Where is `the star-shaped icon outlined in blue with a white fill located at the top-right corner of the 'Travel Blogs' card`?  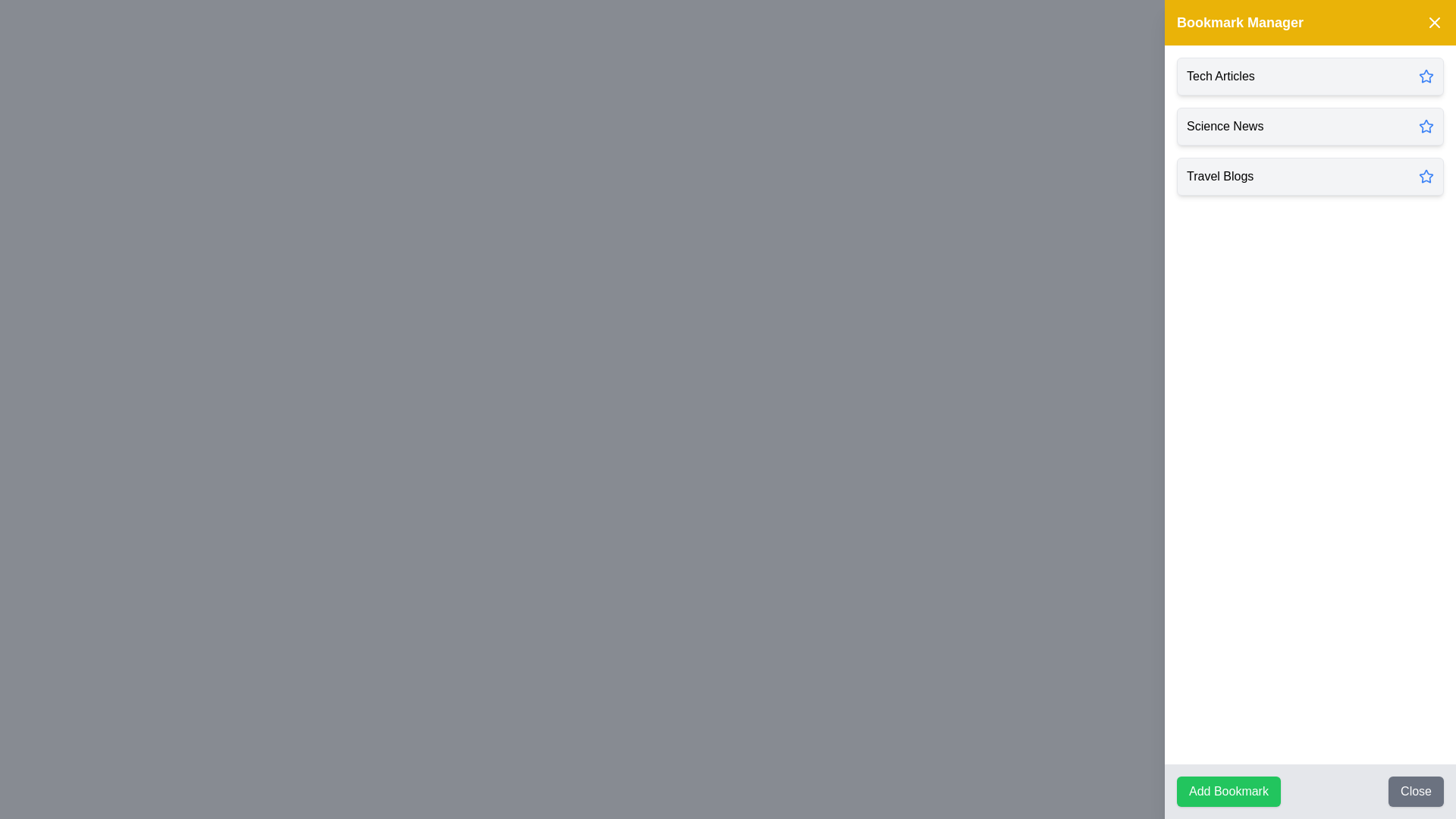 the star-shaped icon outlined in blue with a white fill located at the top-right corner of the 'Travel Blogs' card is located at coordinates (1426, 175).